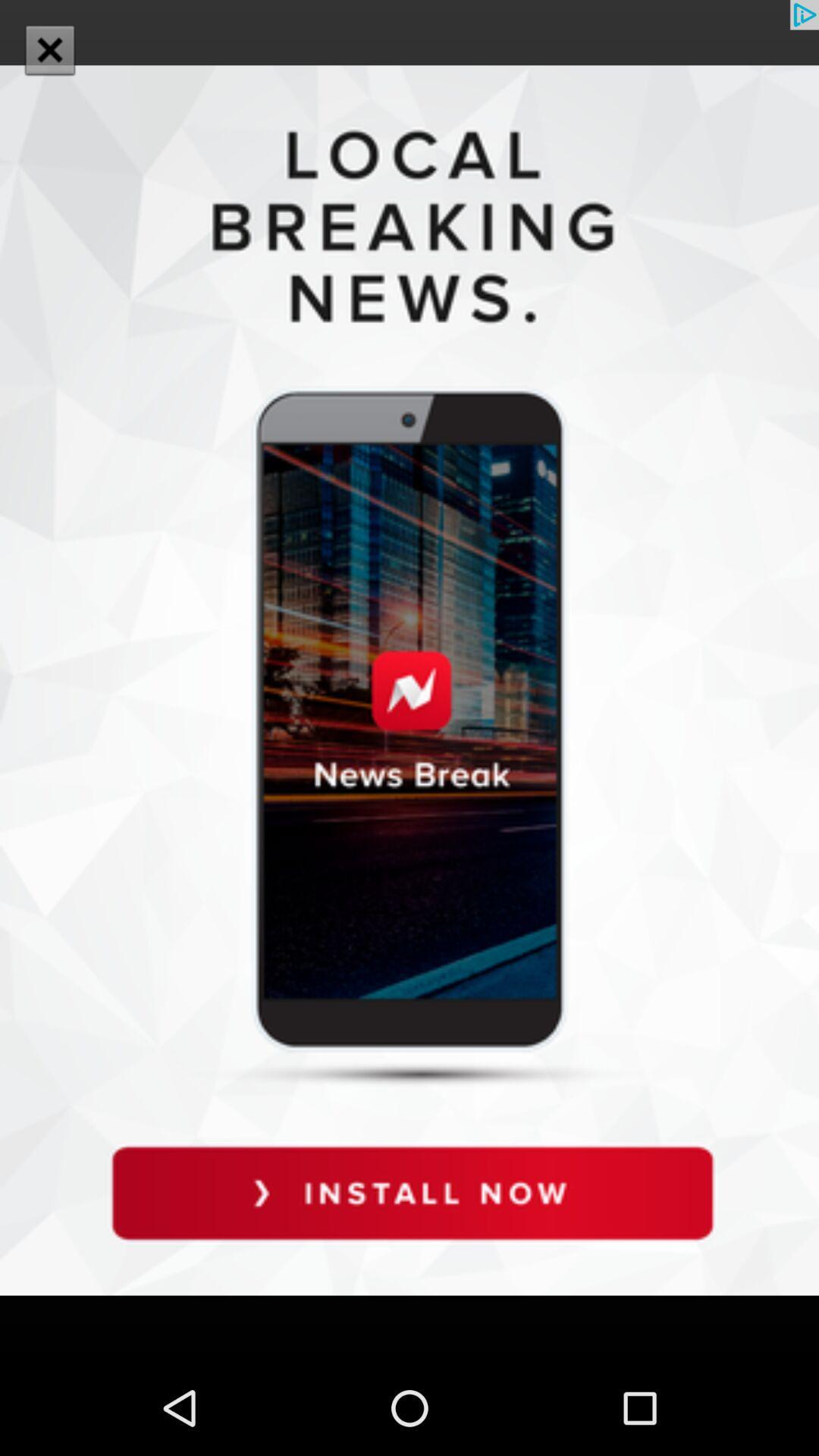 This screenshot has height=1456, width=819. Describe the element at coordinates (49, 53) in the screenshot. I see `the close icon` at that location.